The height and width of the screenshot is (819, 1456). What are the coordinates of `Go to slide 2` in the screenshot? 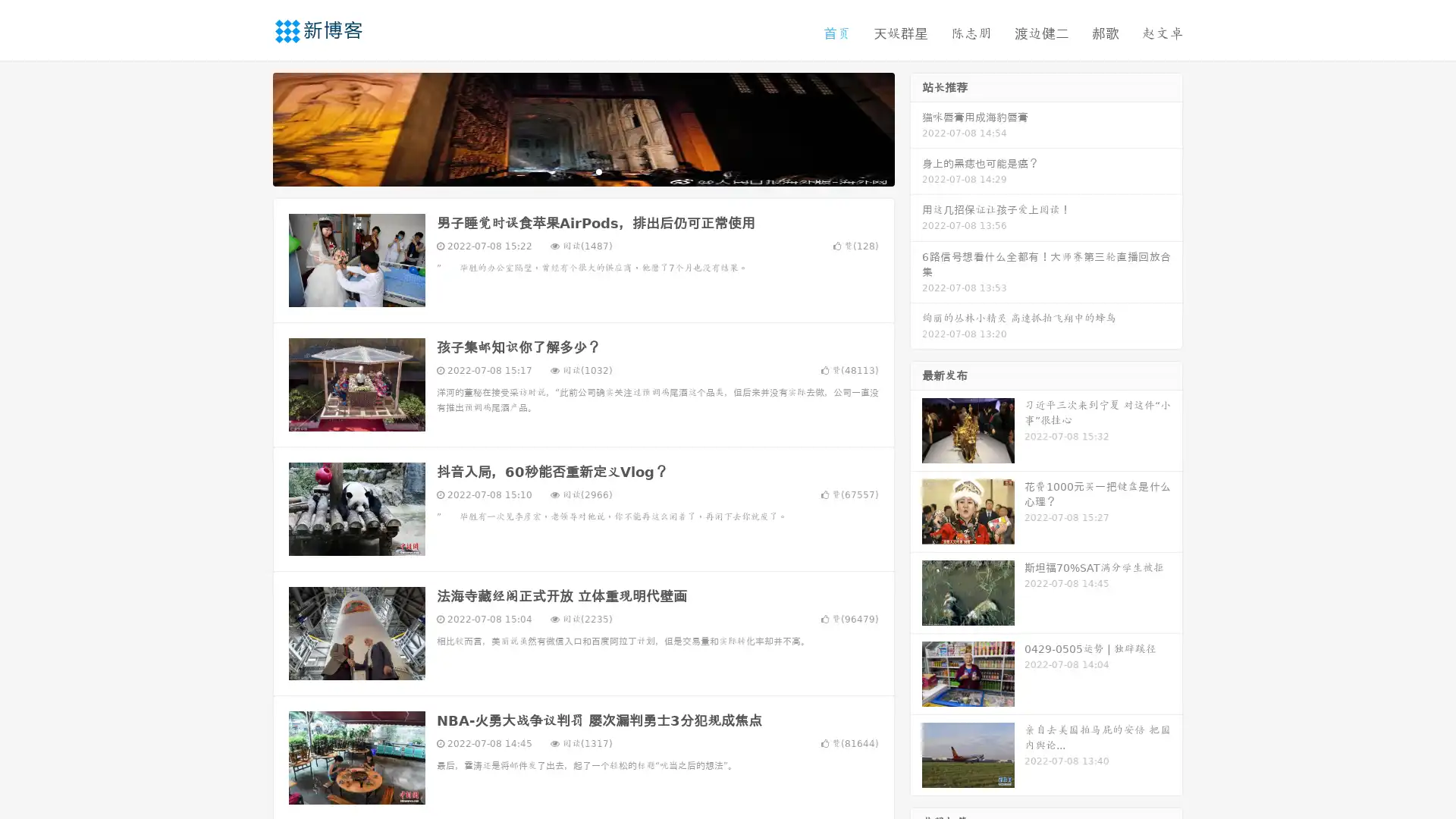 It's located at (582, 171).